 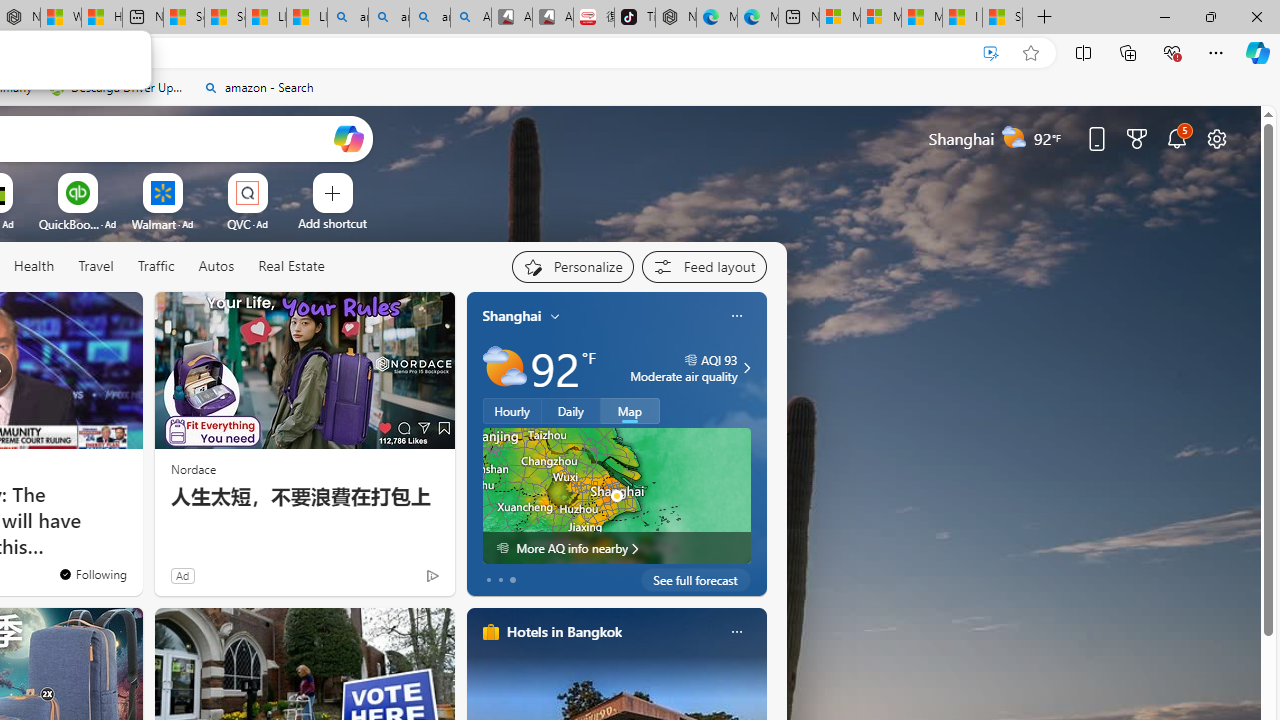 I want to click on 'Health', so click(x=33, y=266).